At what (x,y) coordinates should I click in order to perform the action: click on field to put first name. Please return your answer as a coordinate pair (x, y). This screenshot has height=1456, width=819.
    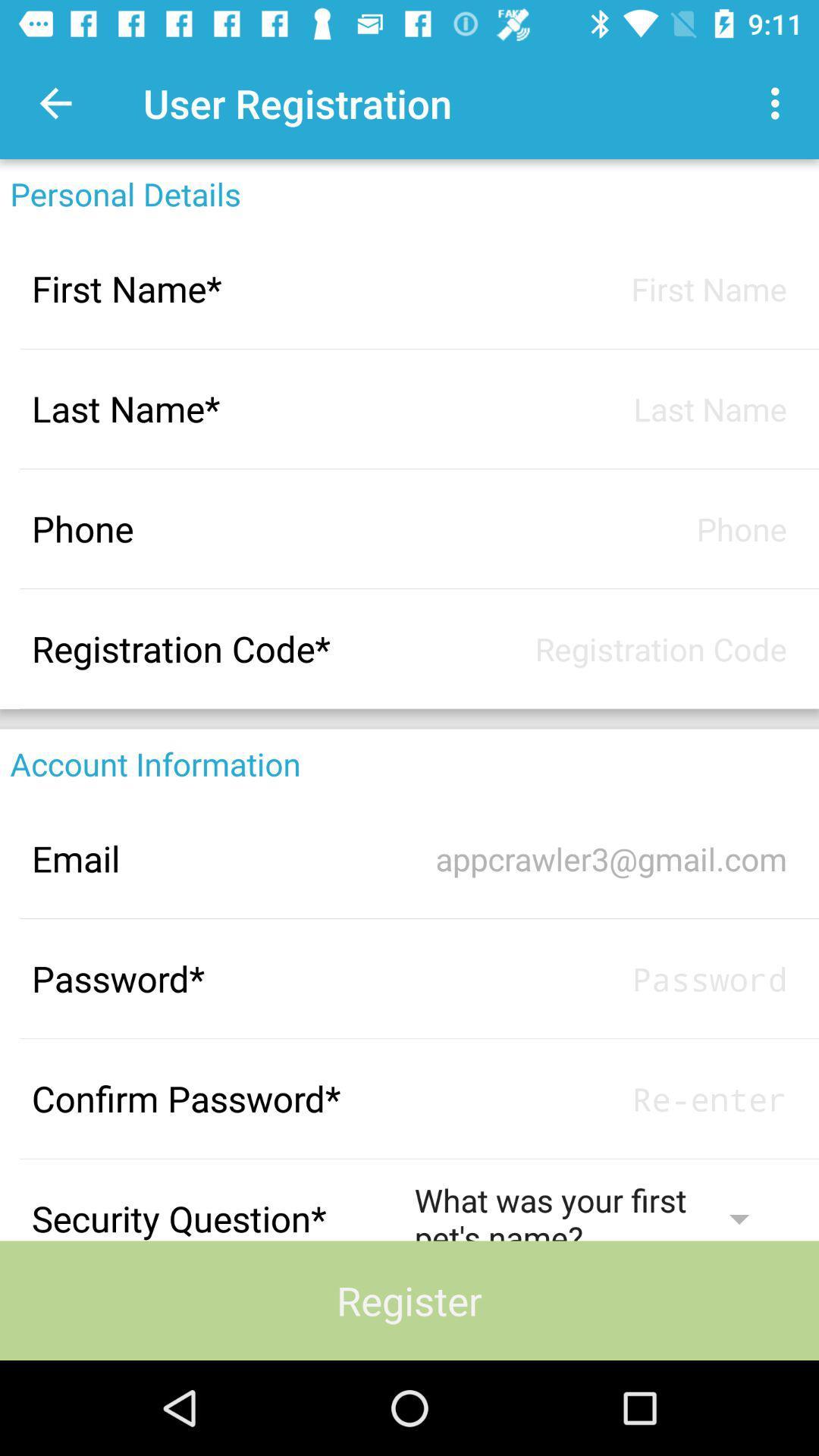
    Looking at the image, I should click on (600, 288).